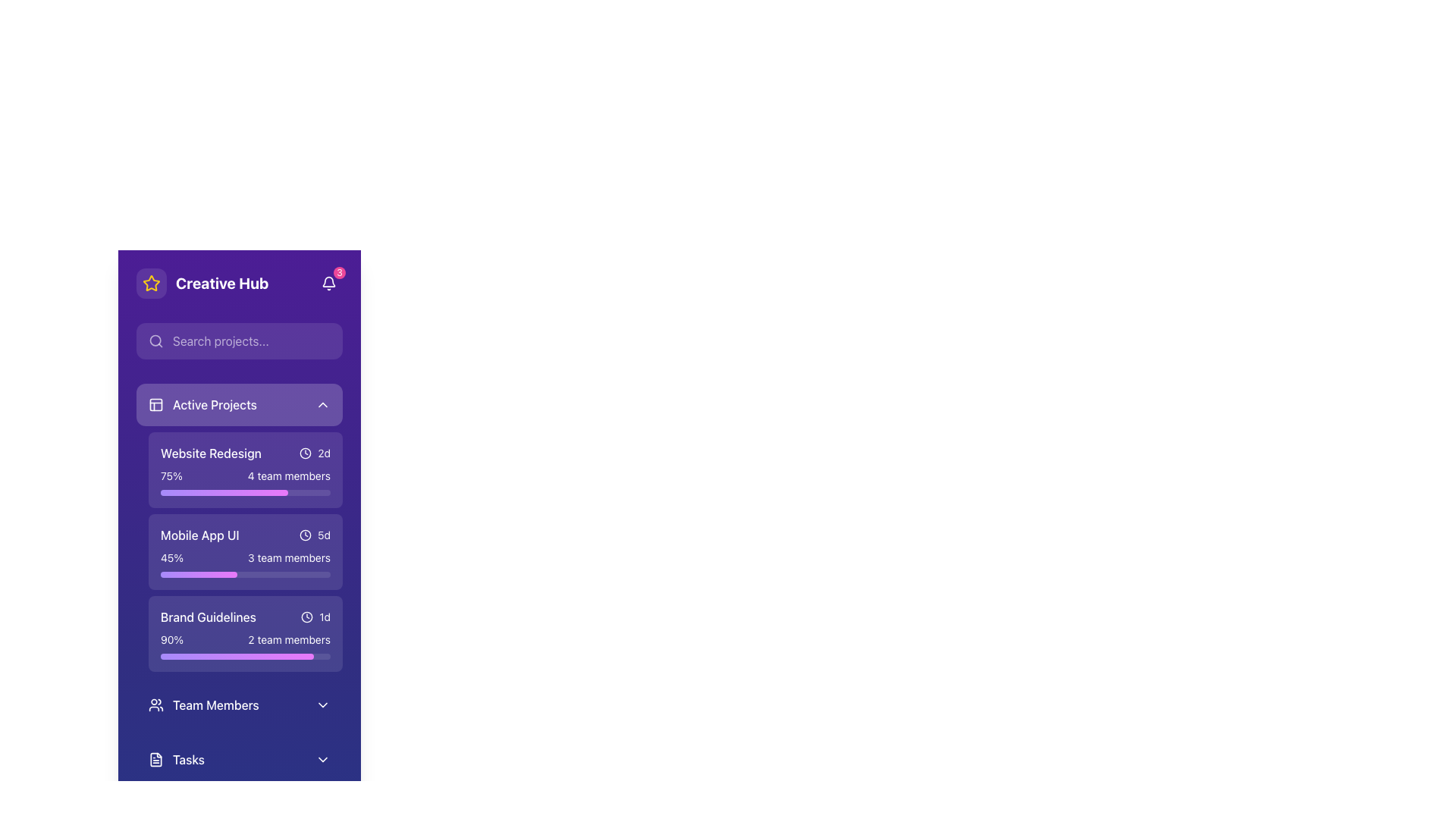 This screenshot has width=1456, height=819. I want to click on the notification icon represented by a bell shape with a pink badge containing the number '3', so click(328, 284).